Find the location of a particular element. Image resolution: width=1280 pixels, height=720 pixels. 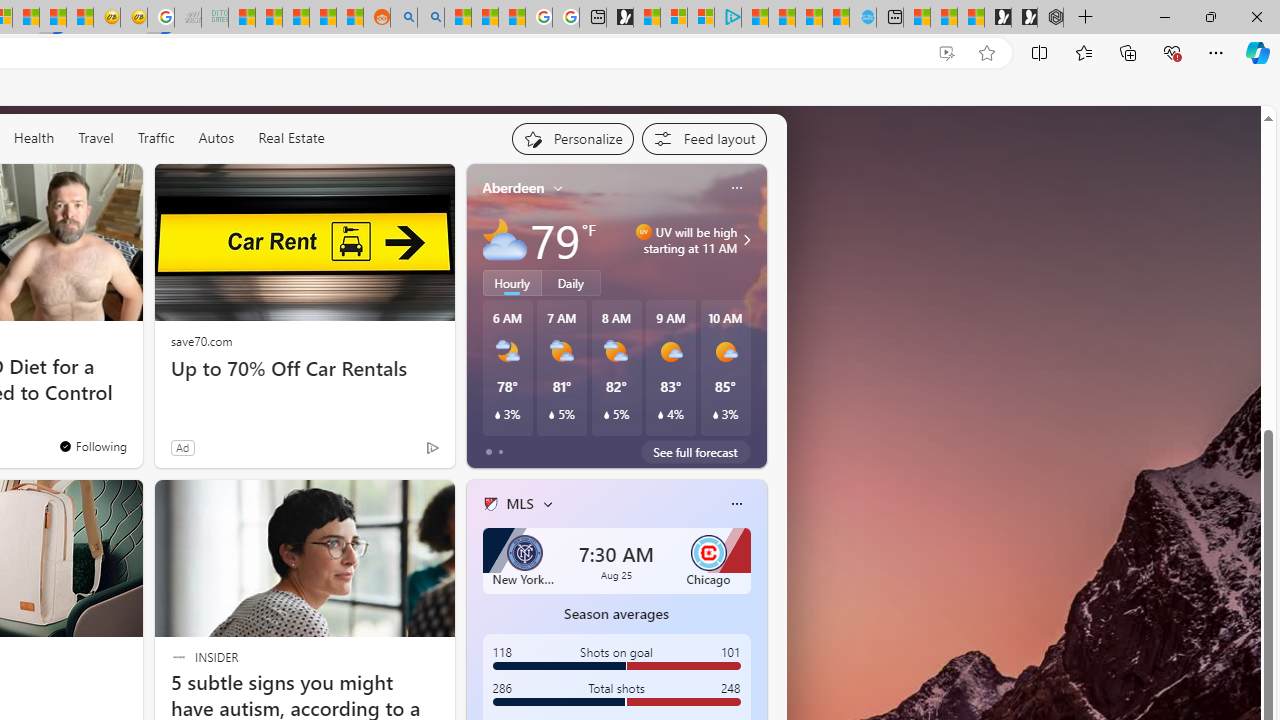

'Aberdeen' is located at coordinates (513, 188).